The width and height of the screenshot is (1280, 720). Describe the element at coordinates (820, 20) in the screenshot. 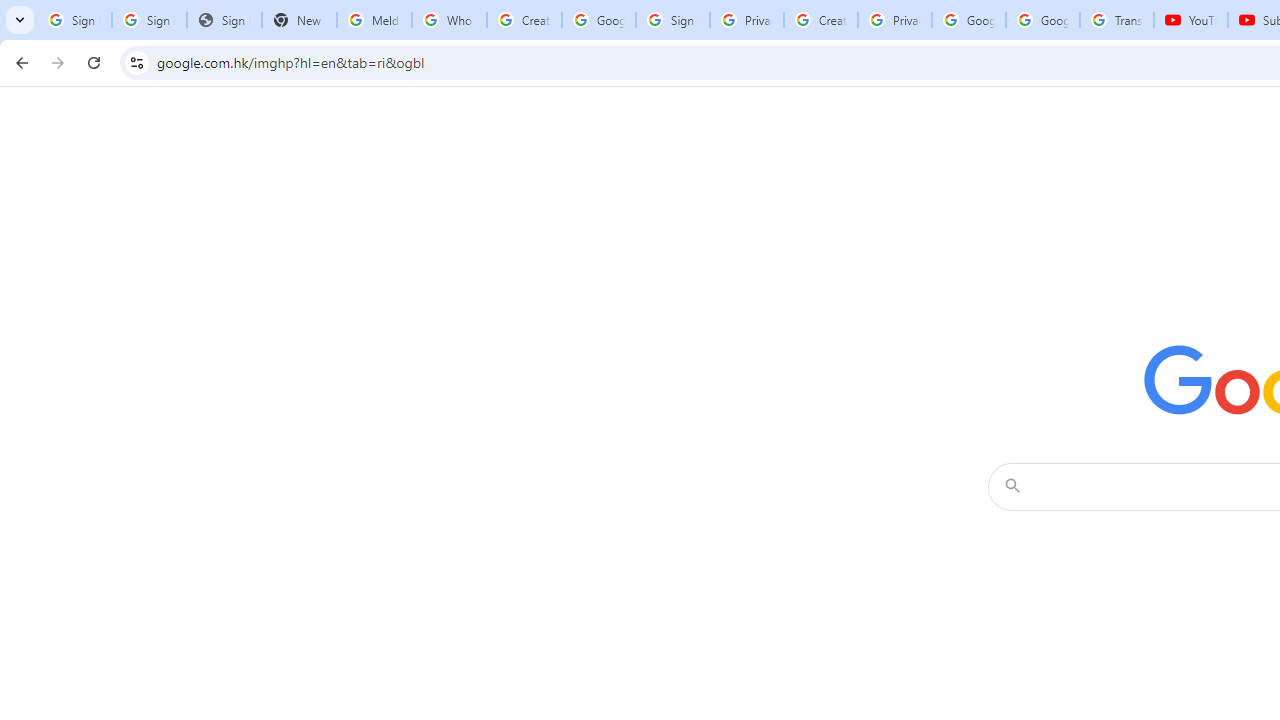

I see `'Create your Google Account'` at that location.